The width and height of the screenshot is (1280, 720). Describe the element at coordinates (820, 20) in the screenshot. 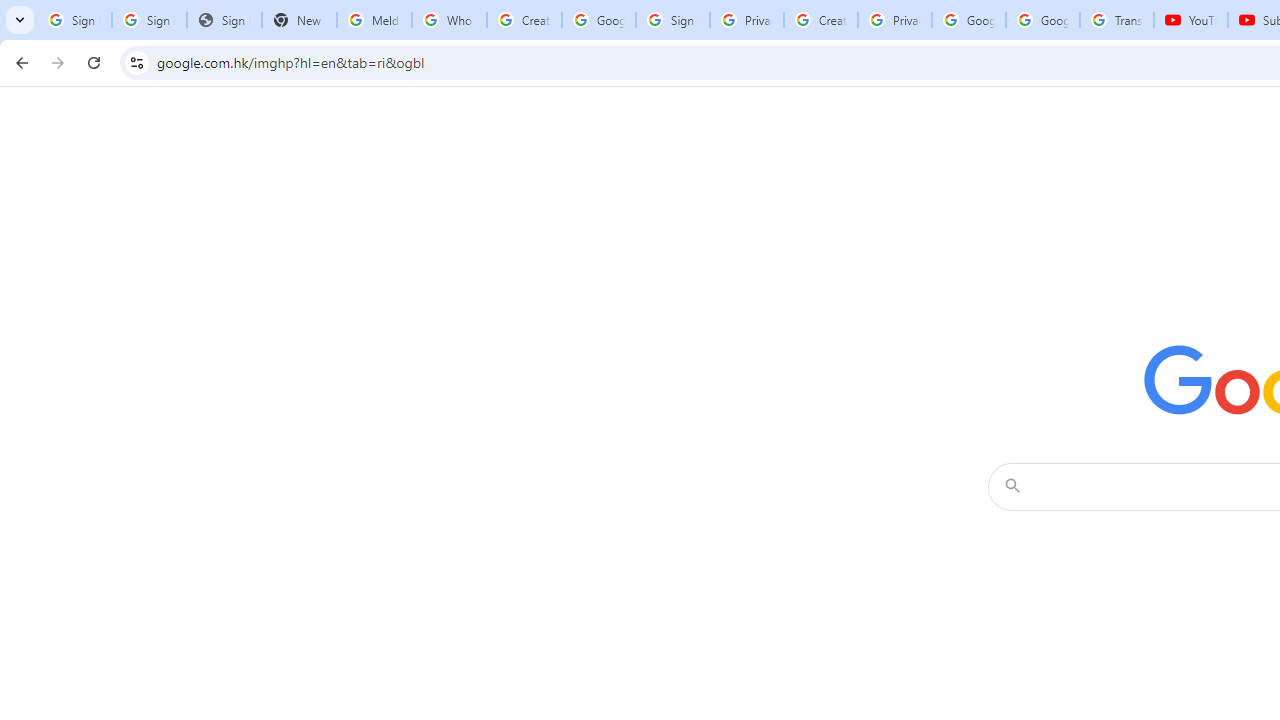

I see `'Create your Google Account'` at that location.